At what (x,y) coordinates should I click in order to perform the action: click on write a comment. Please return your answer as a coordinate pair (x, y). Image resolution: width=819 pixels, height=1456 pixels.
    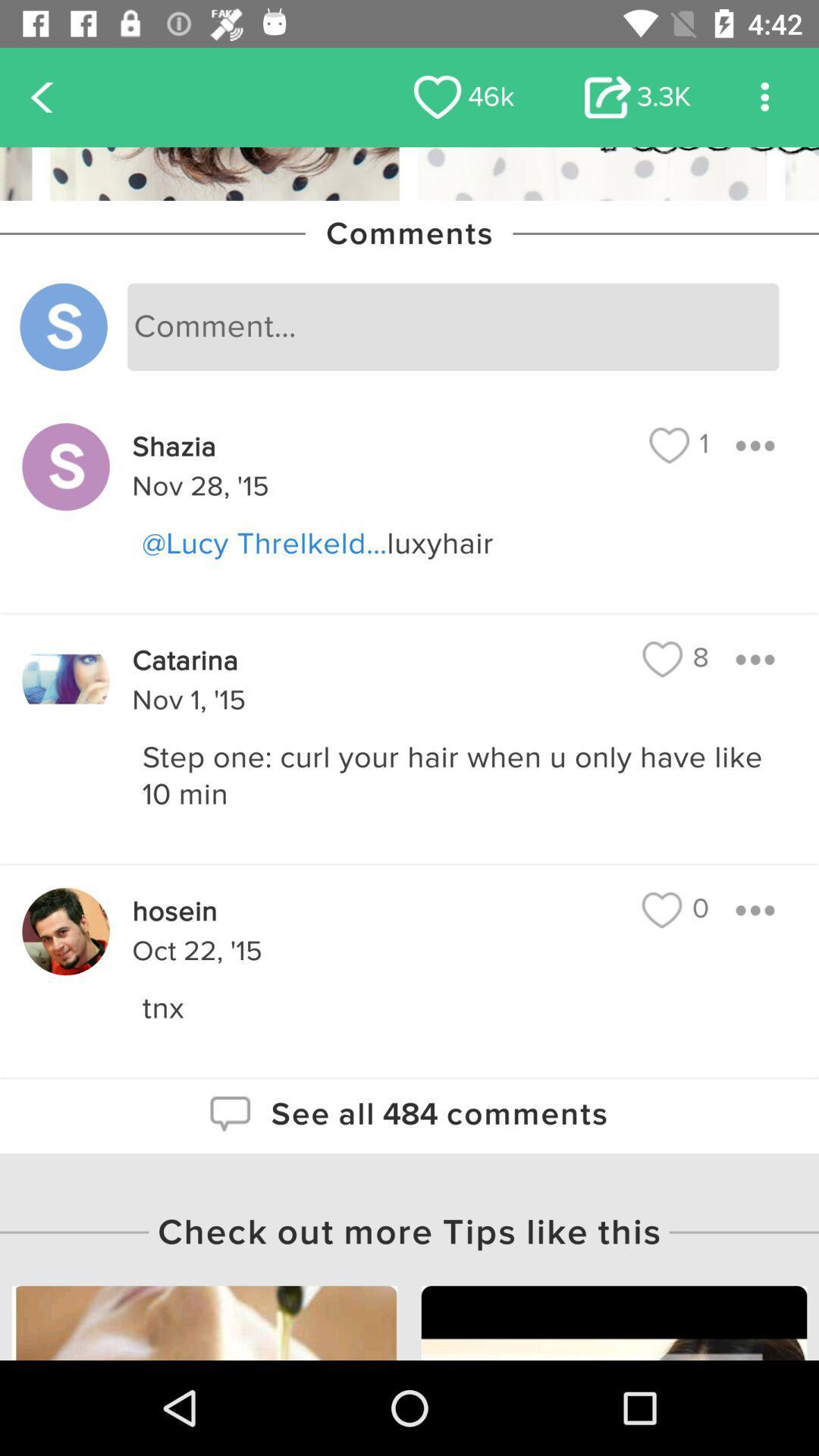
    Looking at the image, I should click on (452, 326).